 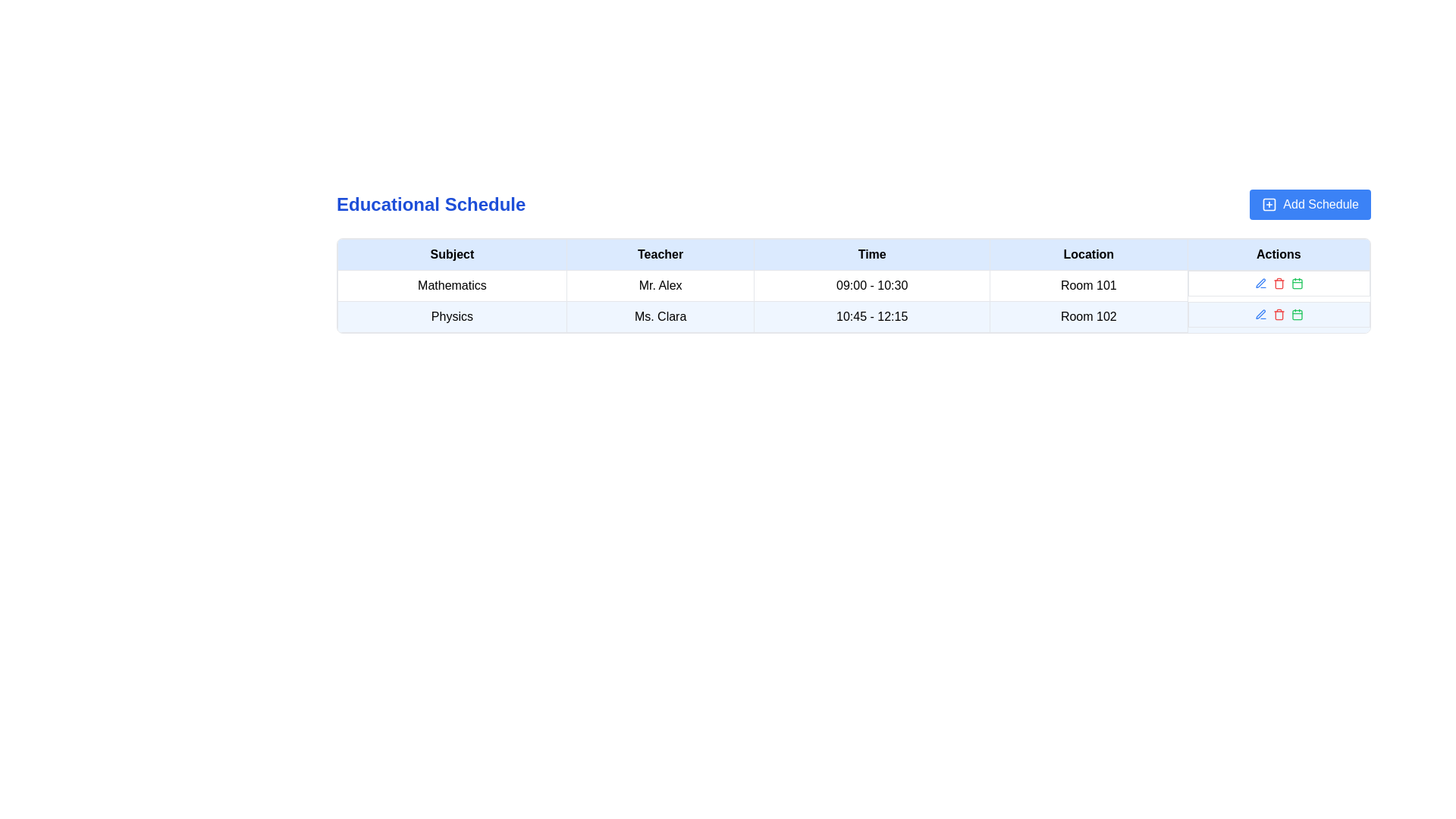 What do you see at coordinates (1260, 313) in the screenshot?
I see `the stylized pen icon used for editing actions in the 'Actions' column of the Mathematics row in the table` at bounding box center [1260, 313].